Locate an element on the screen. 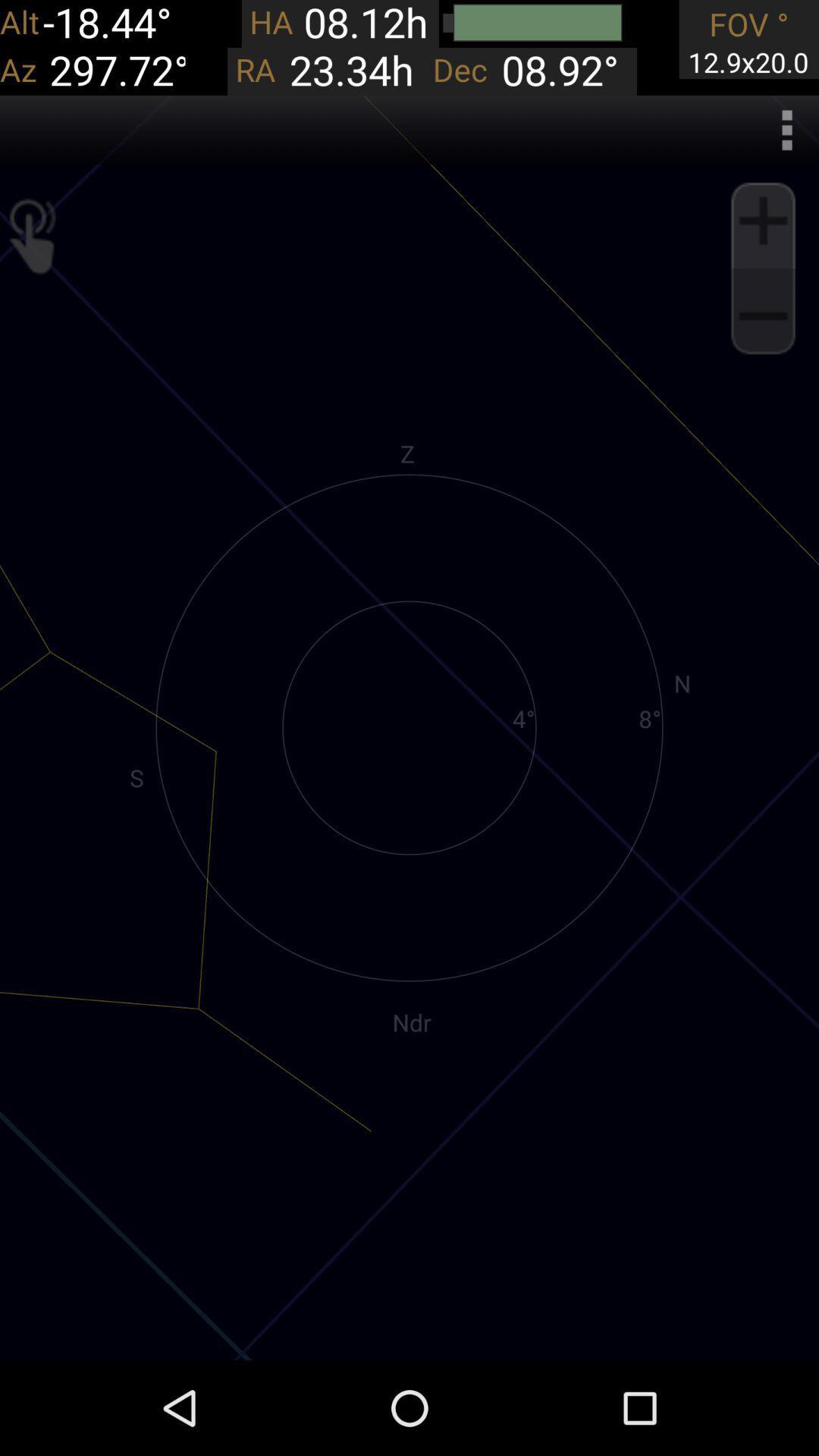 This screenshot has height=1456, width=819. focus map is located at coordinates (763, 220).